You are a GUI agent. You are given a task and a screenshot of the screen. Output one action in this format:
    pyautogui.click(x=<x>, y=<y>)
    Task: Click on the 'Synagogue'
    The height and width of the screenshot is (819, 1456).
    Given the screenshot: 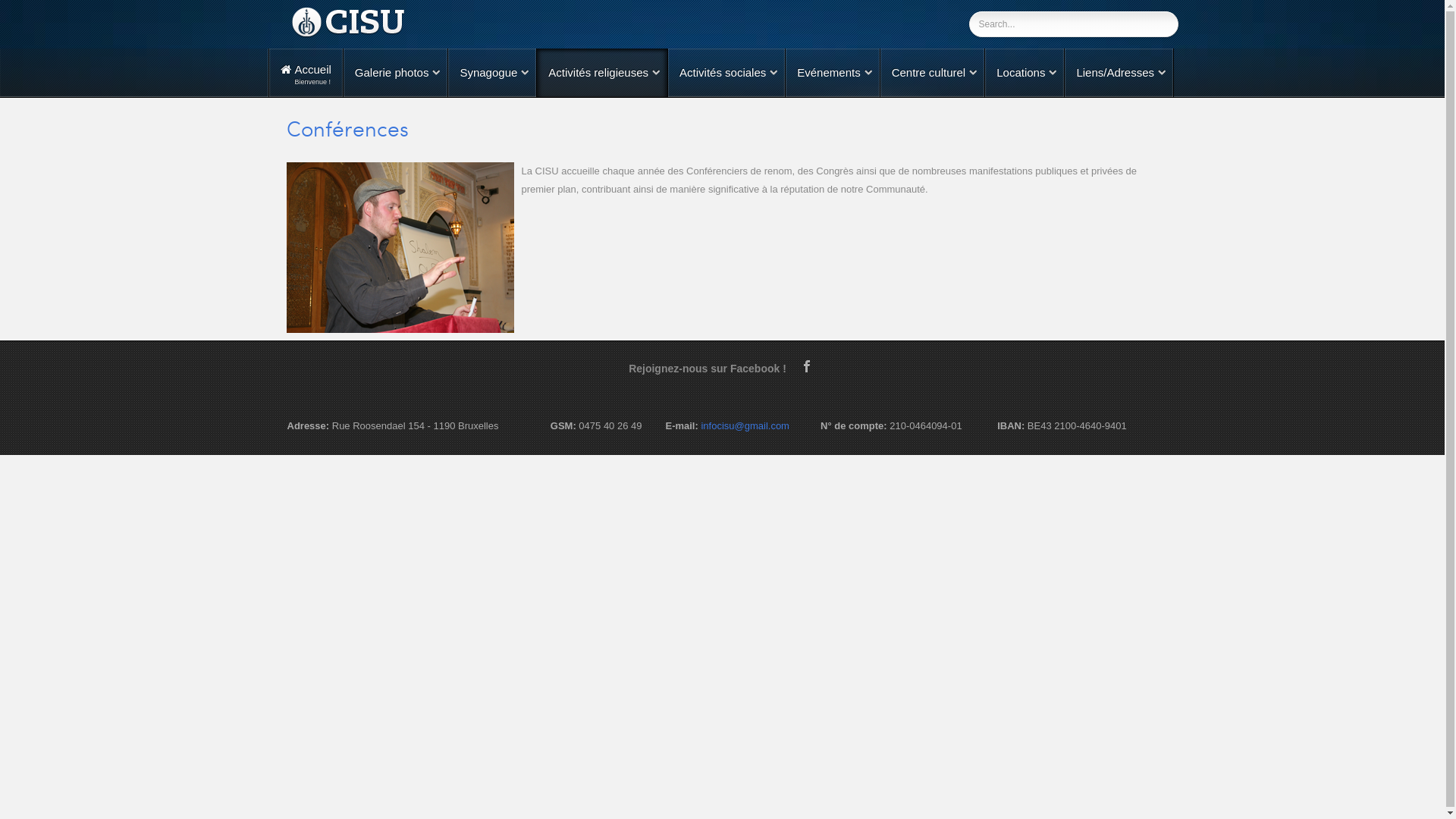 What is the action you would take?
    pyautogui.click(x=491, y=73)
    